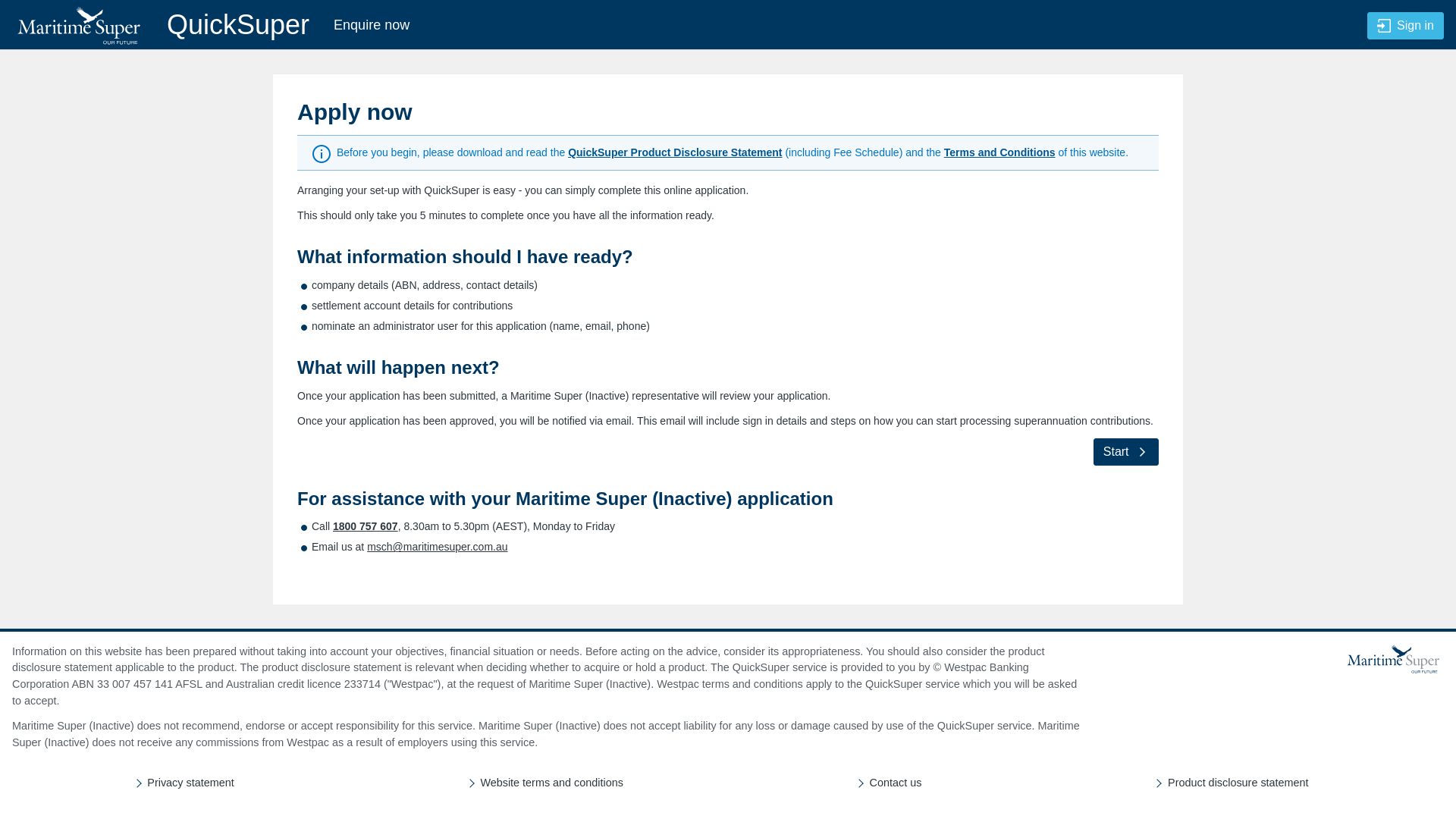 The image size is (1456, 819). Describe the element at coordinates (1167, 783) in the screenshot. I see `'Product disclosure statement'` at that location.